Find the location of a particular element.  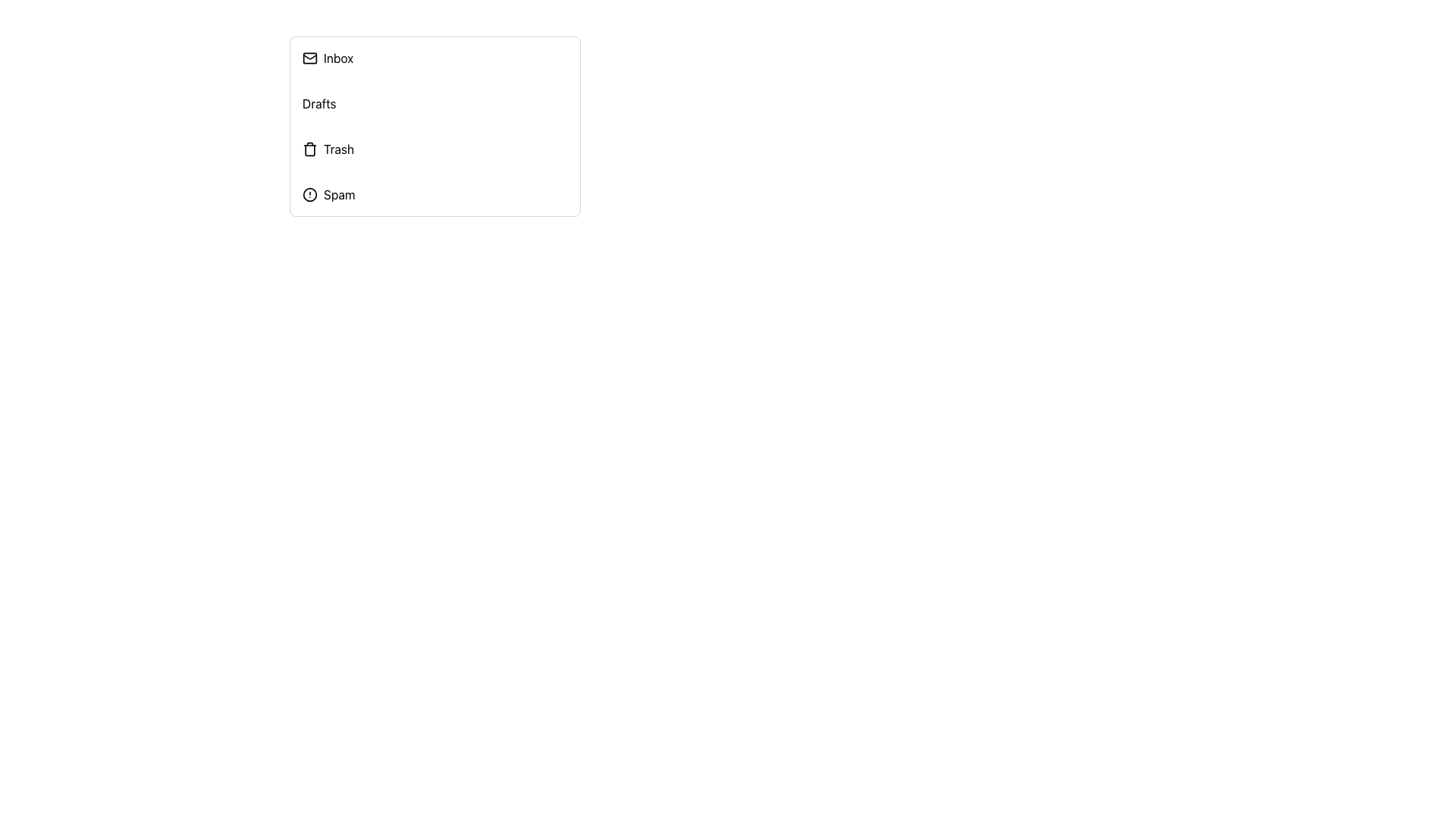

the rectangular graphical component within the email icon, which is part of the envelope shape in the top-left of the vertical menu is located at coordinates (309, 58).